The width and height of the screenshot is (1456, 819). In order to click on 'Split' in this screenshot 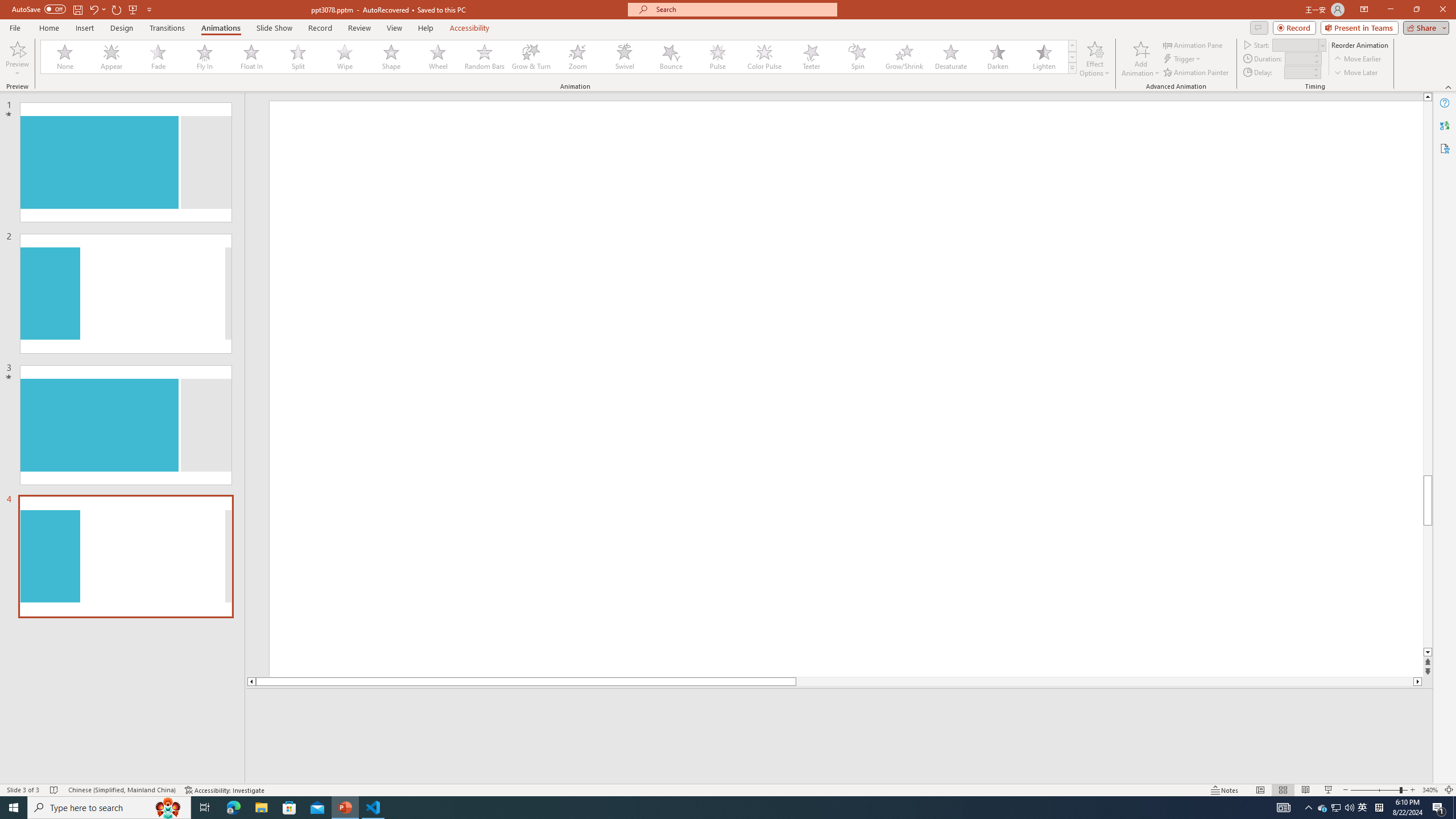, I will do `click(297, 56)`.